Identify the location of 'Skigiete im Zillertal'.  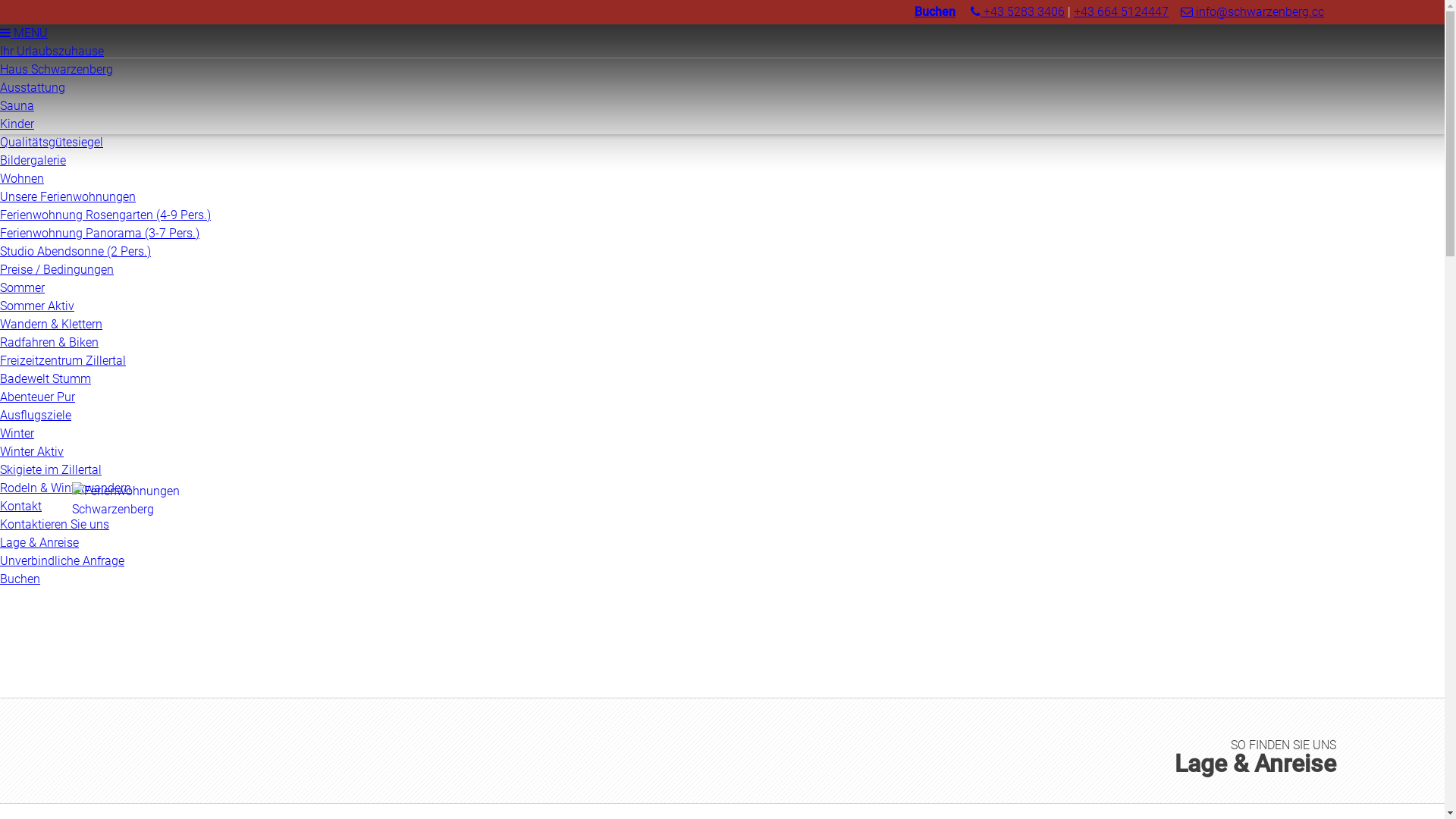
(51, 469).